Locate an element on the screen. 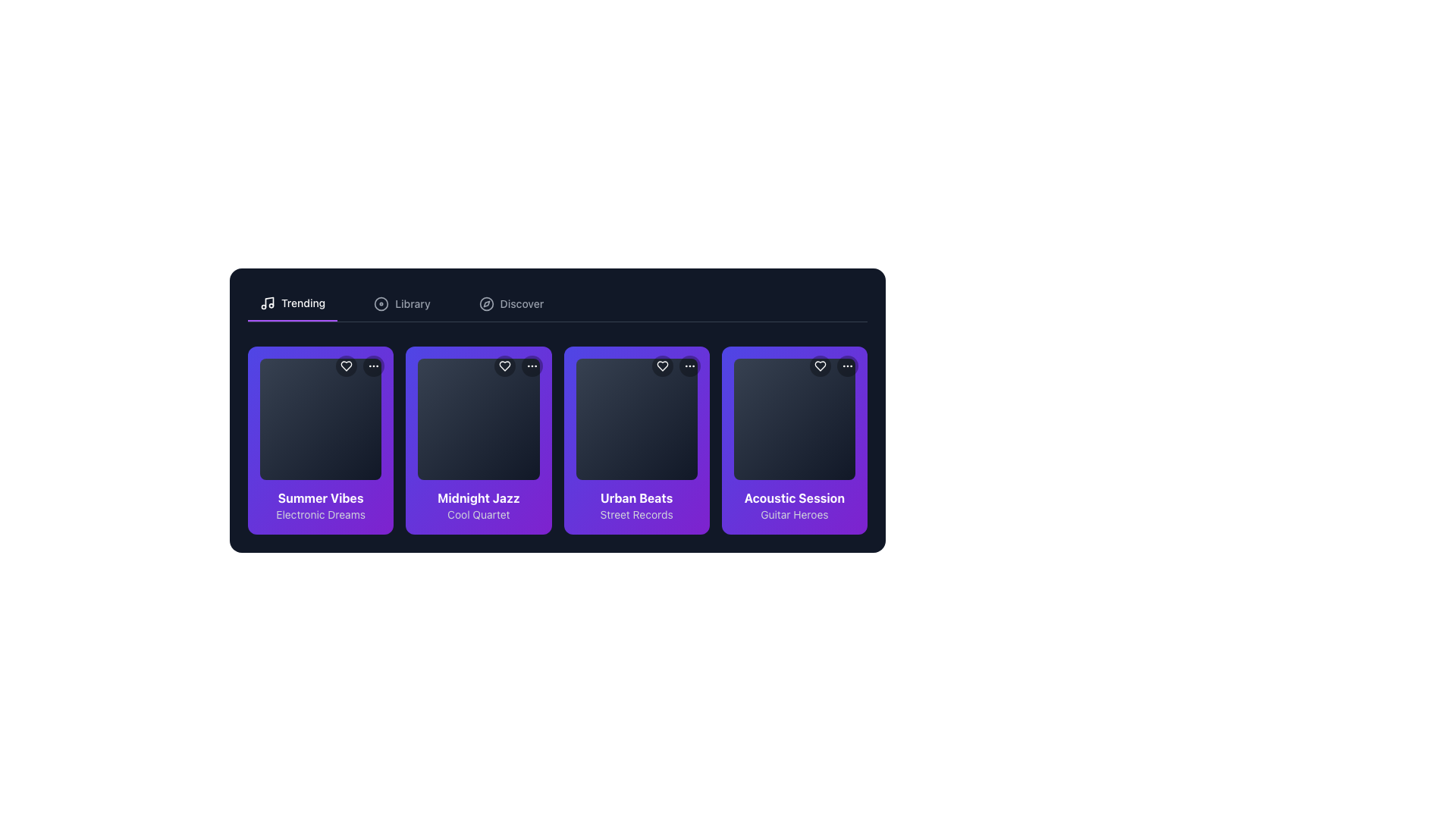 The height and width of the screenshot is (819, 1456). the heart icon is located at coordinates (345, 366).